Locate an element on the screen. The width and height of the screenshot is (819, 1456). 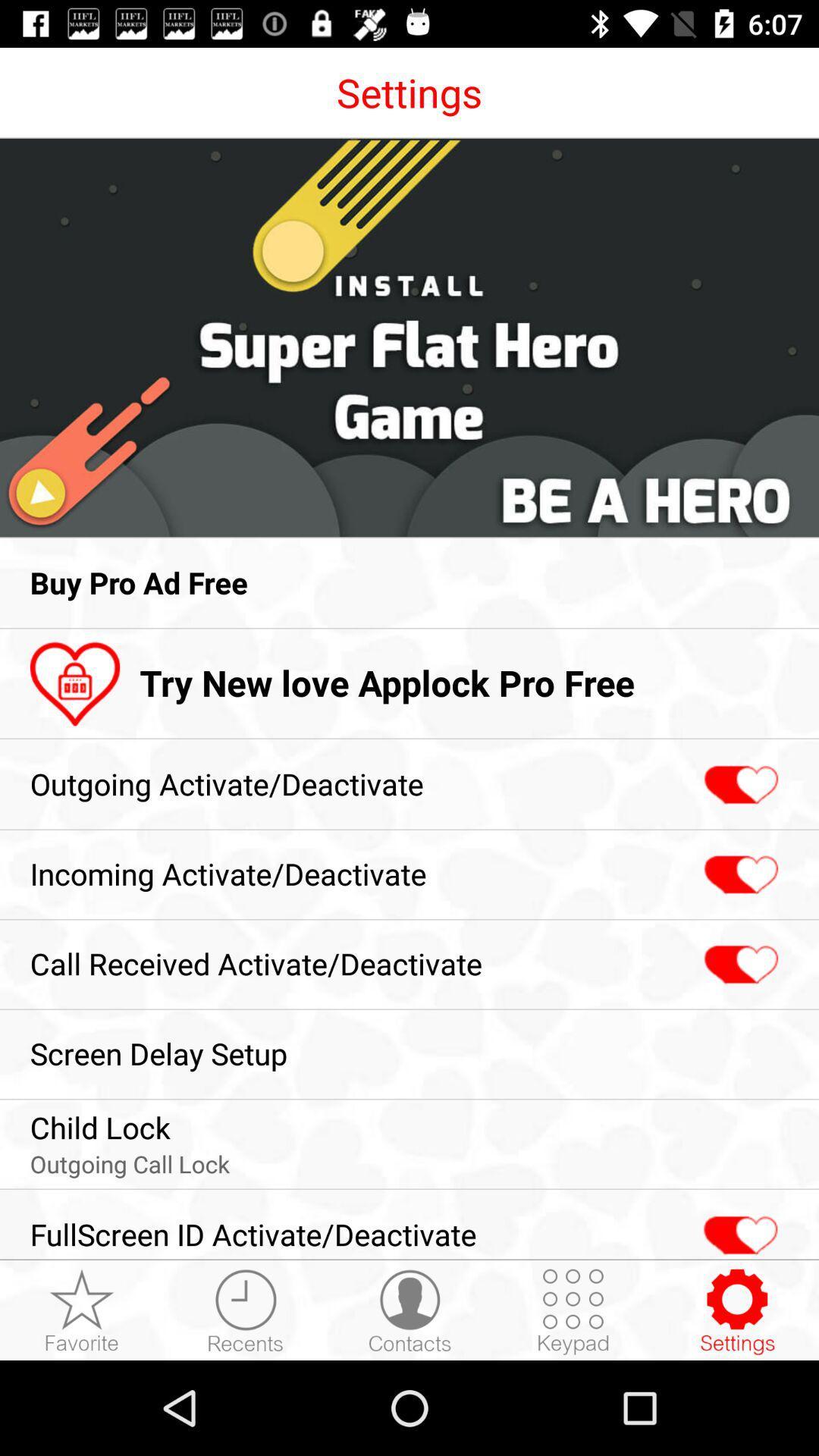
the settings icon is located at coordinates (736, 1310).